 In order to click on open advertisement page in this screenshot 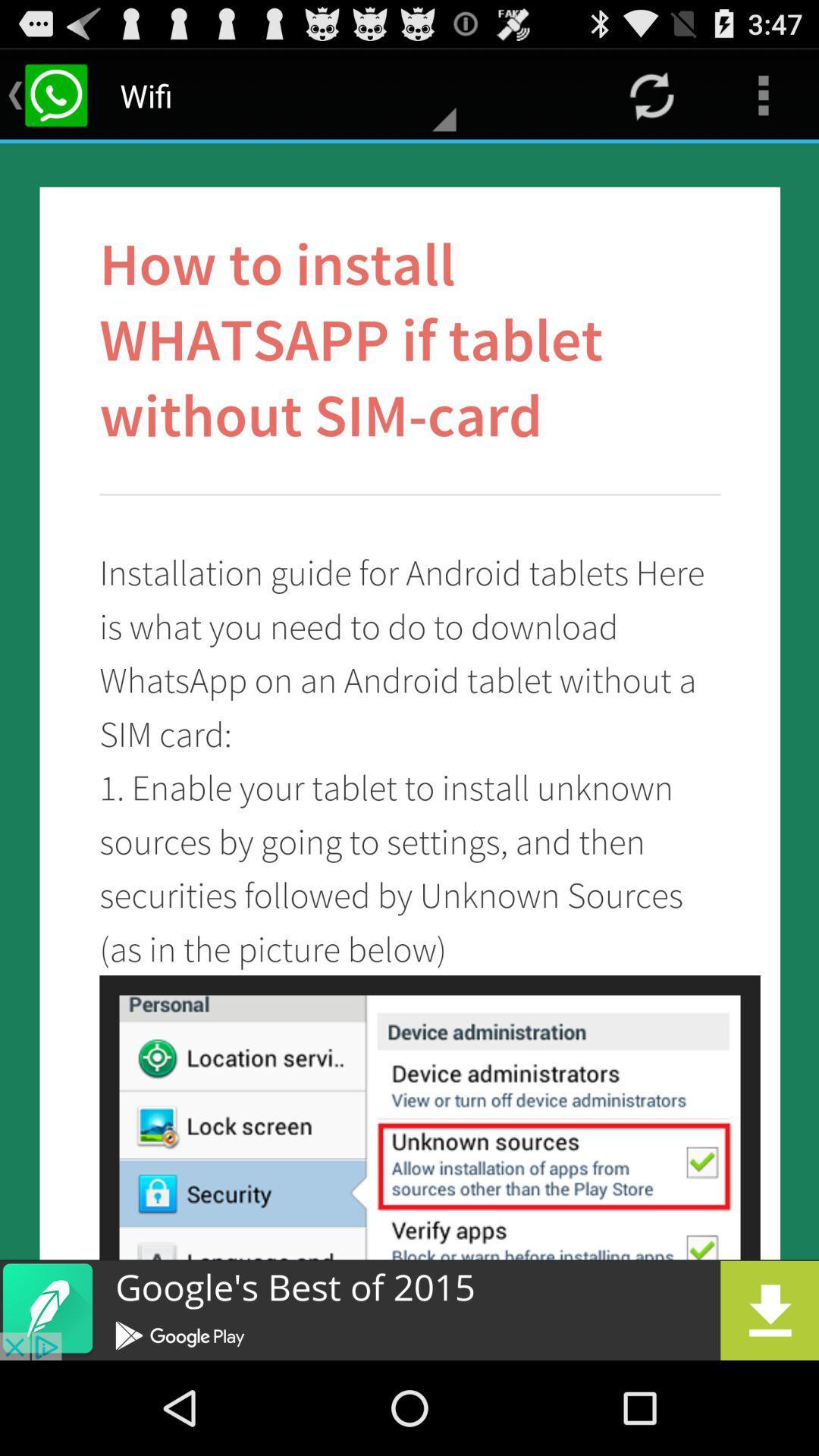, I will do `click(409, 1310)`.